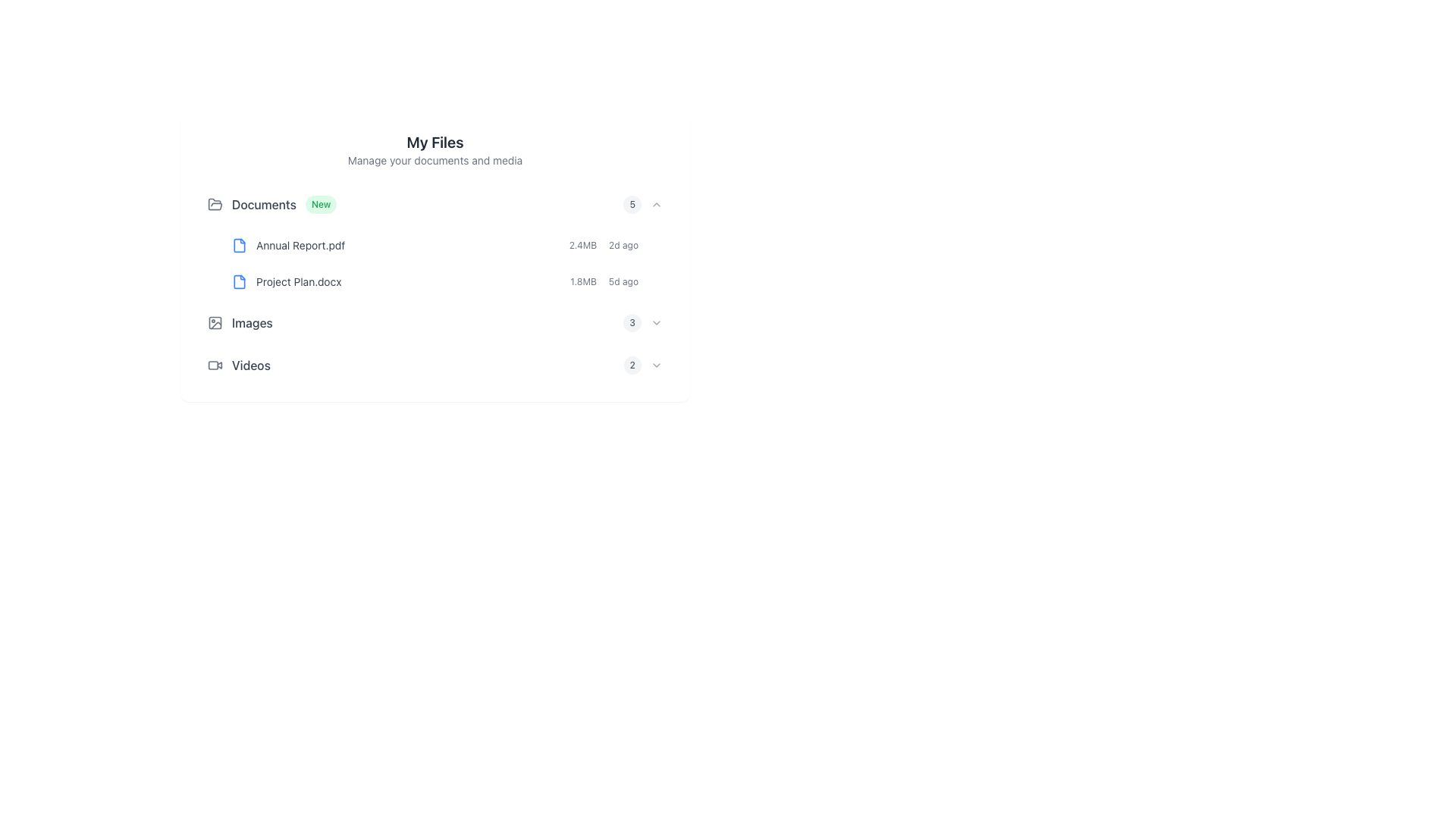  I want to click on the text label representing the file titled 'Project Plan.docx' located under the 'Documents' section, next to a blue file icon, so click(299, 281).